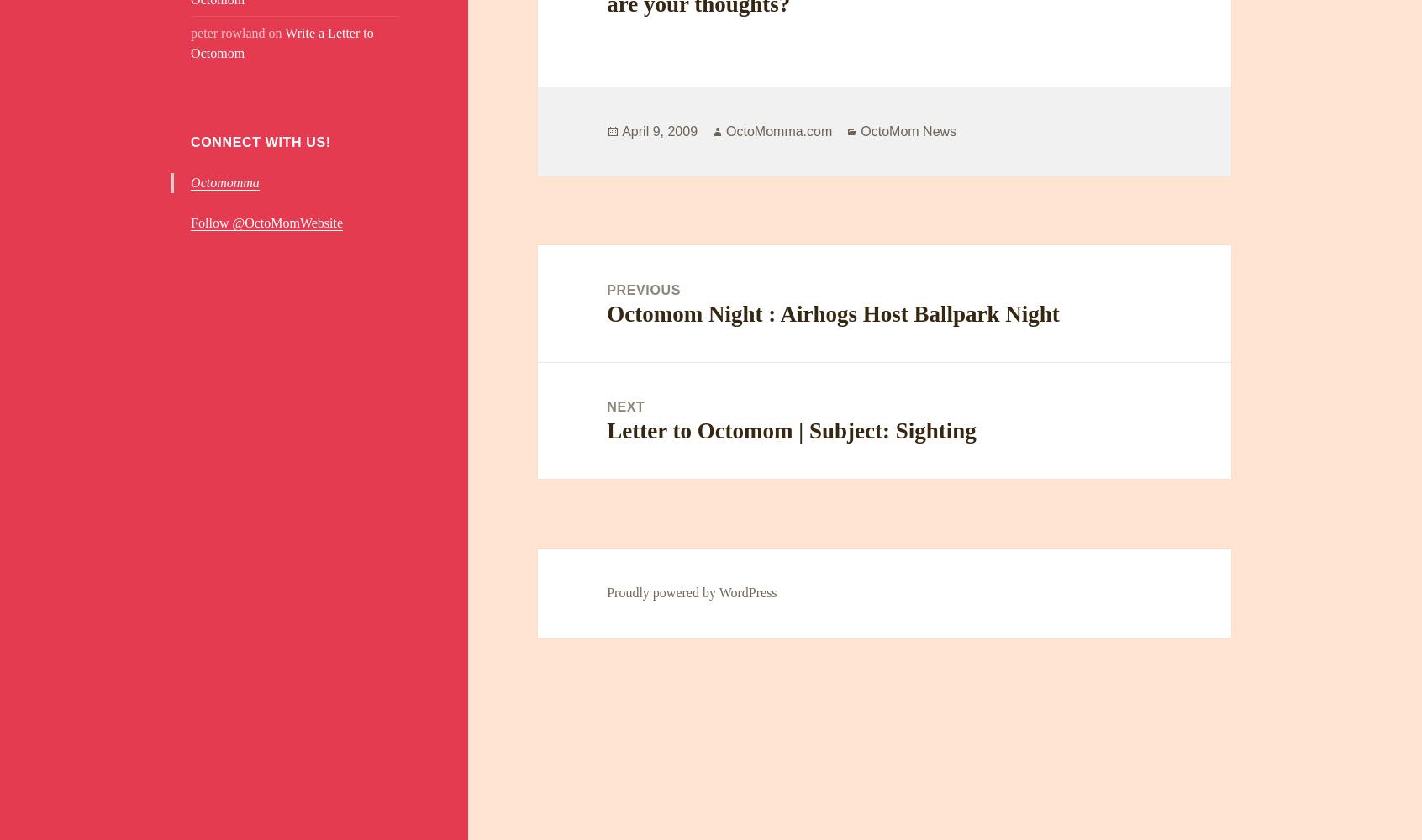 Image resolution: width=1422 pixels, height=840 pixels. What do you see at coordinates (659, 130) in the screenshot?
I see `'April 9, 2009'` at bounding box center [659, 130].